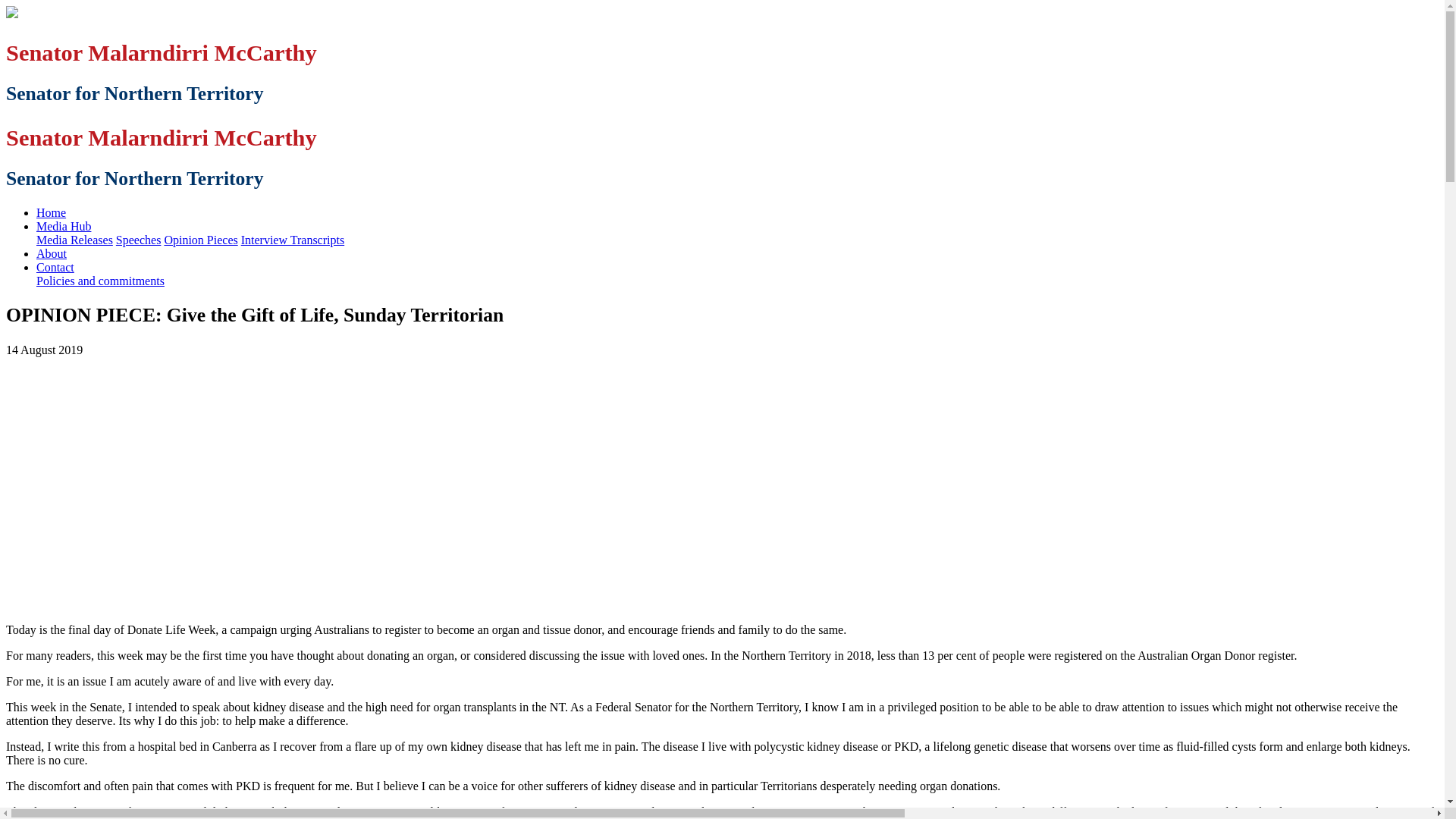  Describe the element at coordinates (99, 281) in the screenshot. I see `'Policies and commitments'` at that location.